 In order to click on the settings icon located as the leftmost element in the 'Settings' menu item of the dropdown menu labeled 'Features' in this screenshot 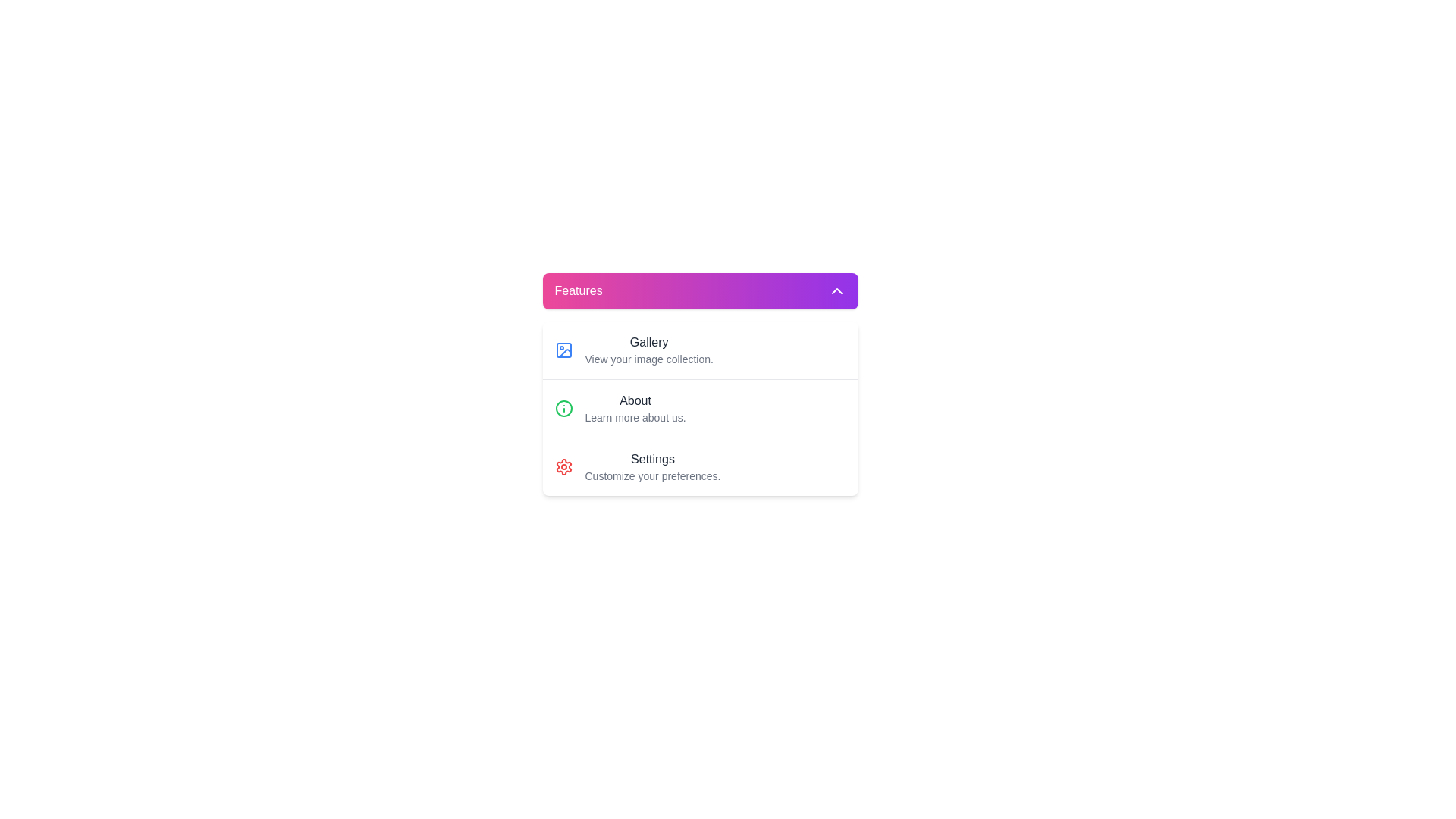, I will do `click(563, 466)`.